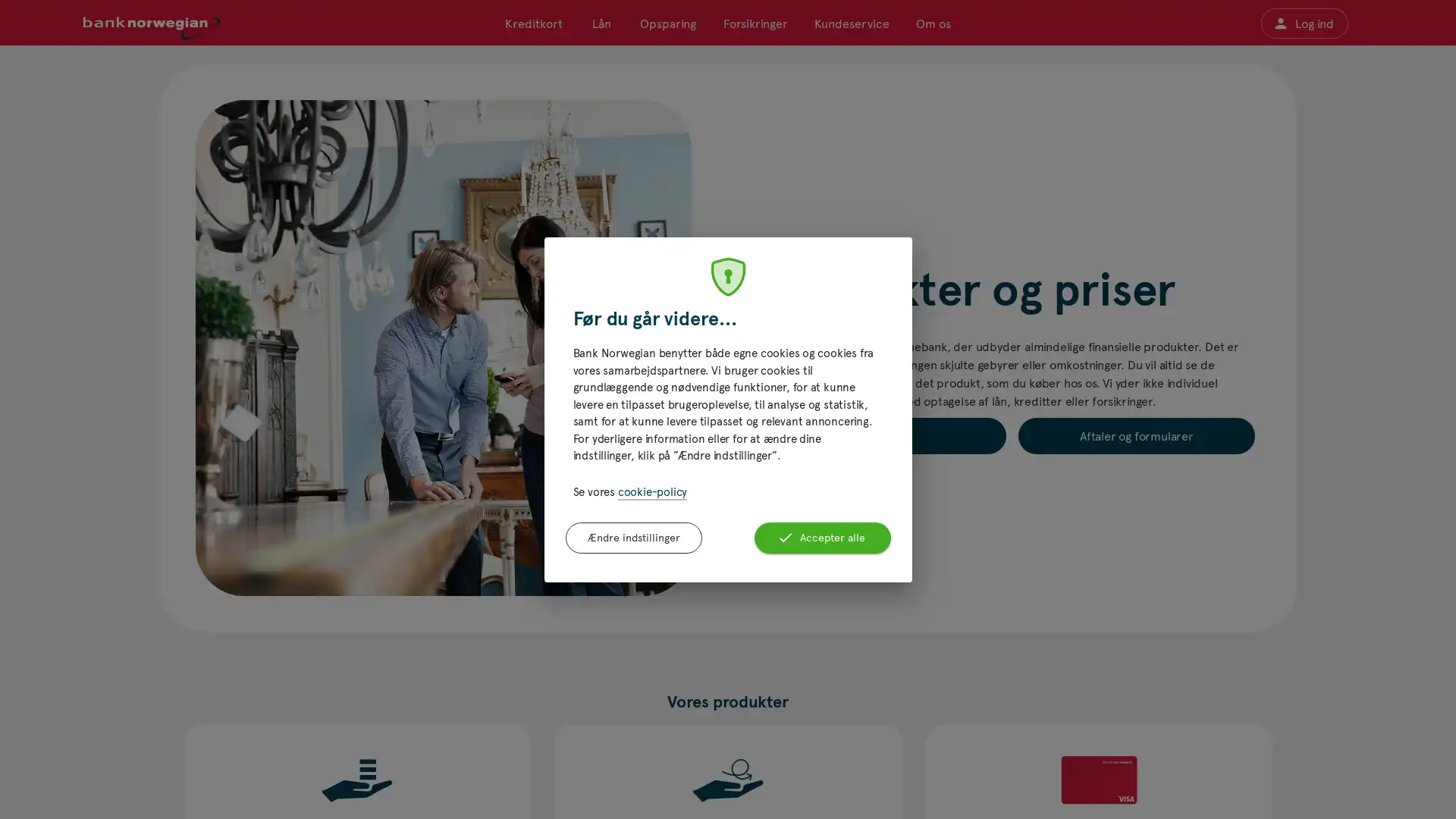  Describe the element at coordinates (851, 23) in the screenshot. I see `Kundeservice` at that location.